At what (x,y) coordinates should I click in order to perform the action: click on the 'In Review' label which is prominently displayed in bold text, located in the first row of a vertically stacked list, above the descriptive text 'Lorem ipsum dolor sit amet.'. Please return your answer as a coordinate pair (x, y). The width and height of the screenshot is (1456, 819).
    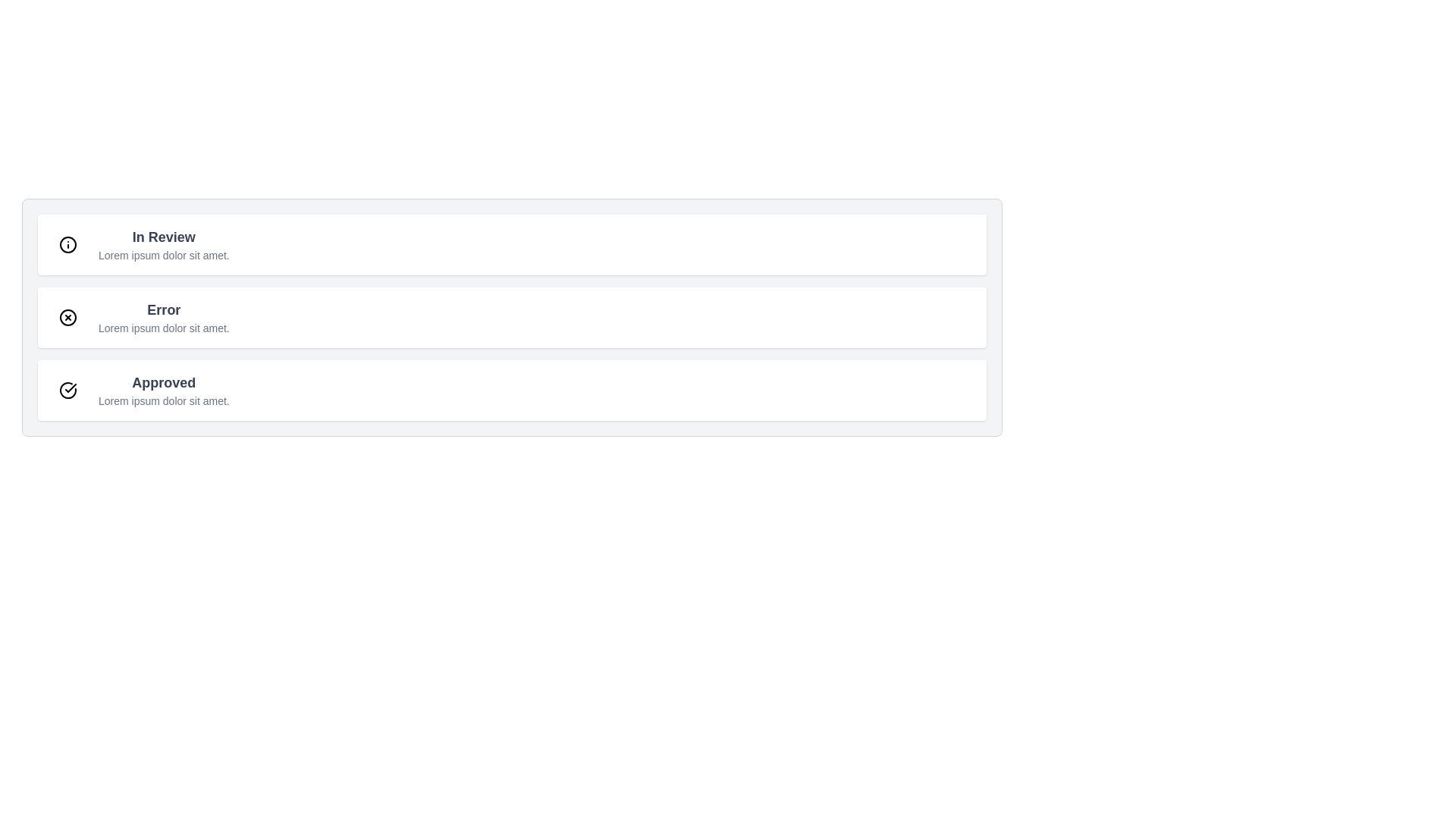
    Looking at the image, I should click on (164, 237).